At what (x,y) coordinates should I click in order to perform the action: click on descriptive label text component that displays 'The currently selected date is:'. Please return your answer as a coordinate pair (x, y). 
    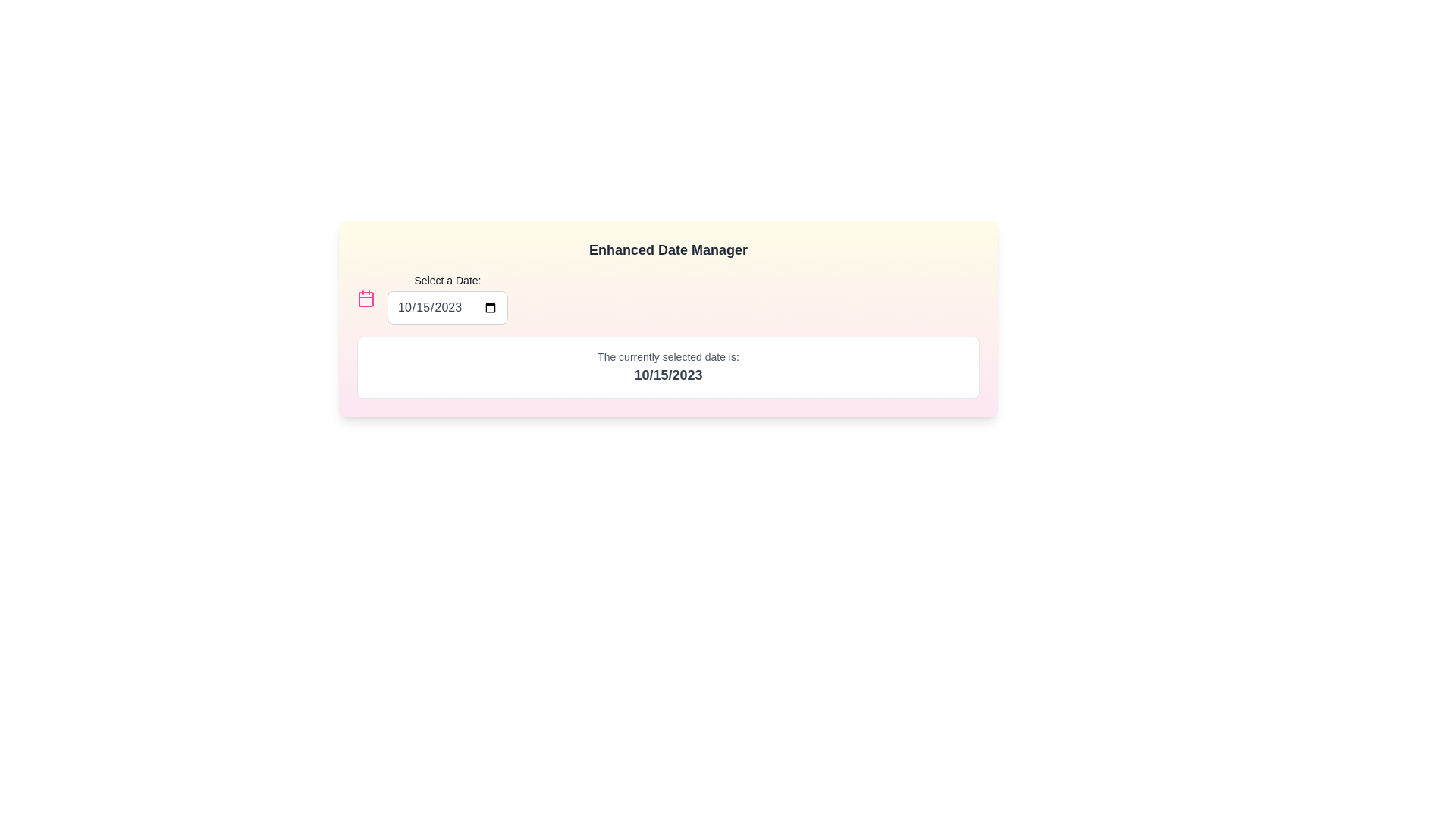
    Looking at the image, I should click on (667, 356).